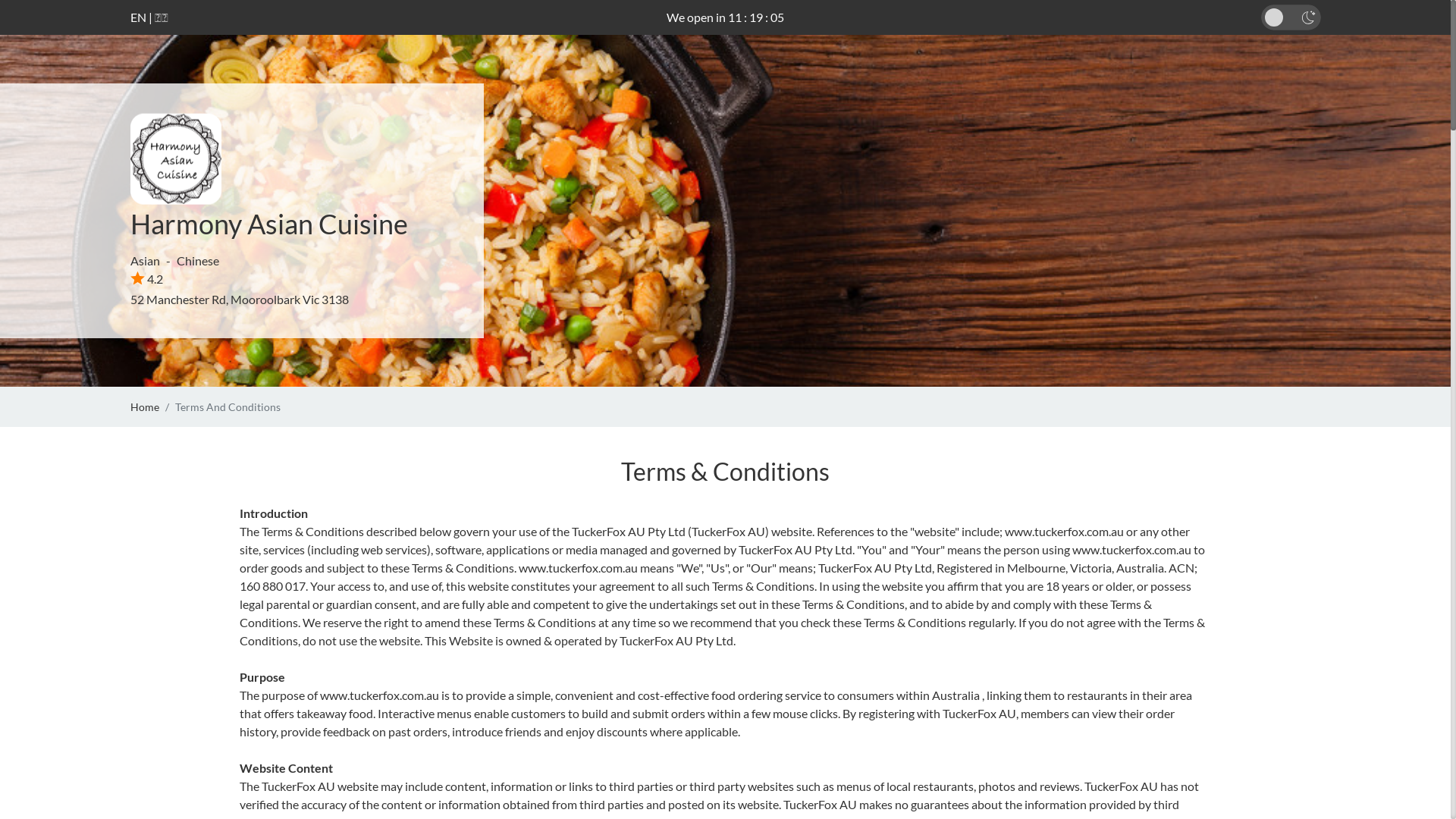 Image resolution: width=1456 pixels, height=819 pixels. What do you see at coordinates (138, 17) in the screenshot?
I see `'EN'` at bounding box center [138, 17].